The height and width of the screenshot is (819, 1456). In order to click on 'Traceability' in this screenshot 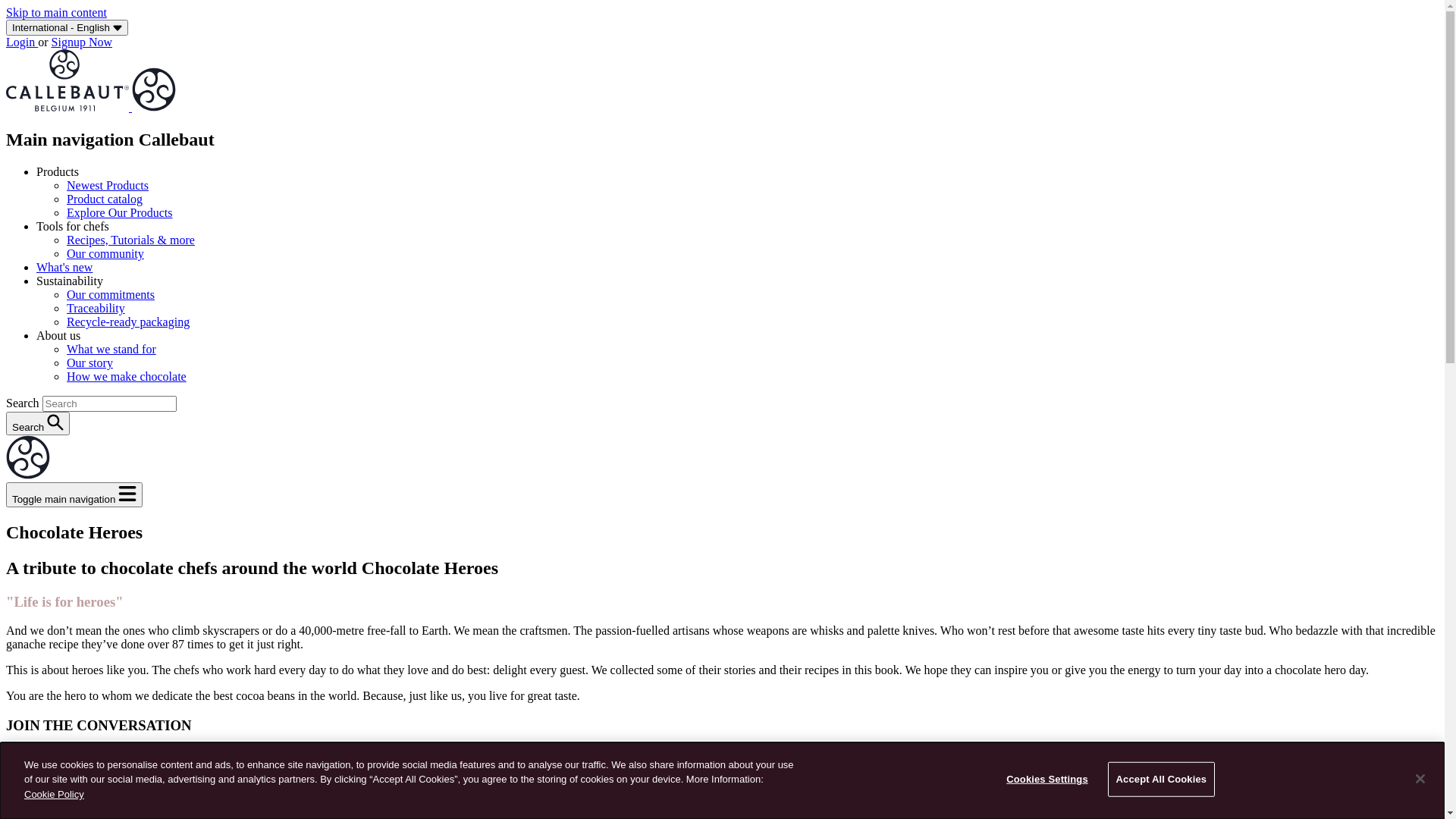, I will do `click(95, 307)`.